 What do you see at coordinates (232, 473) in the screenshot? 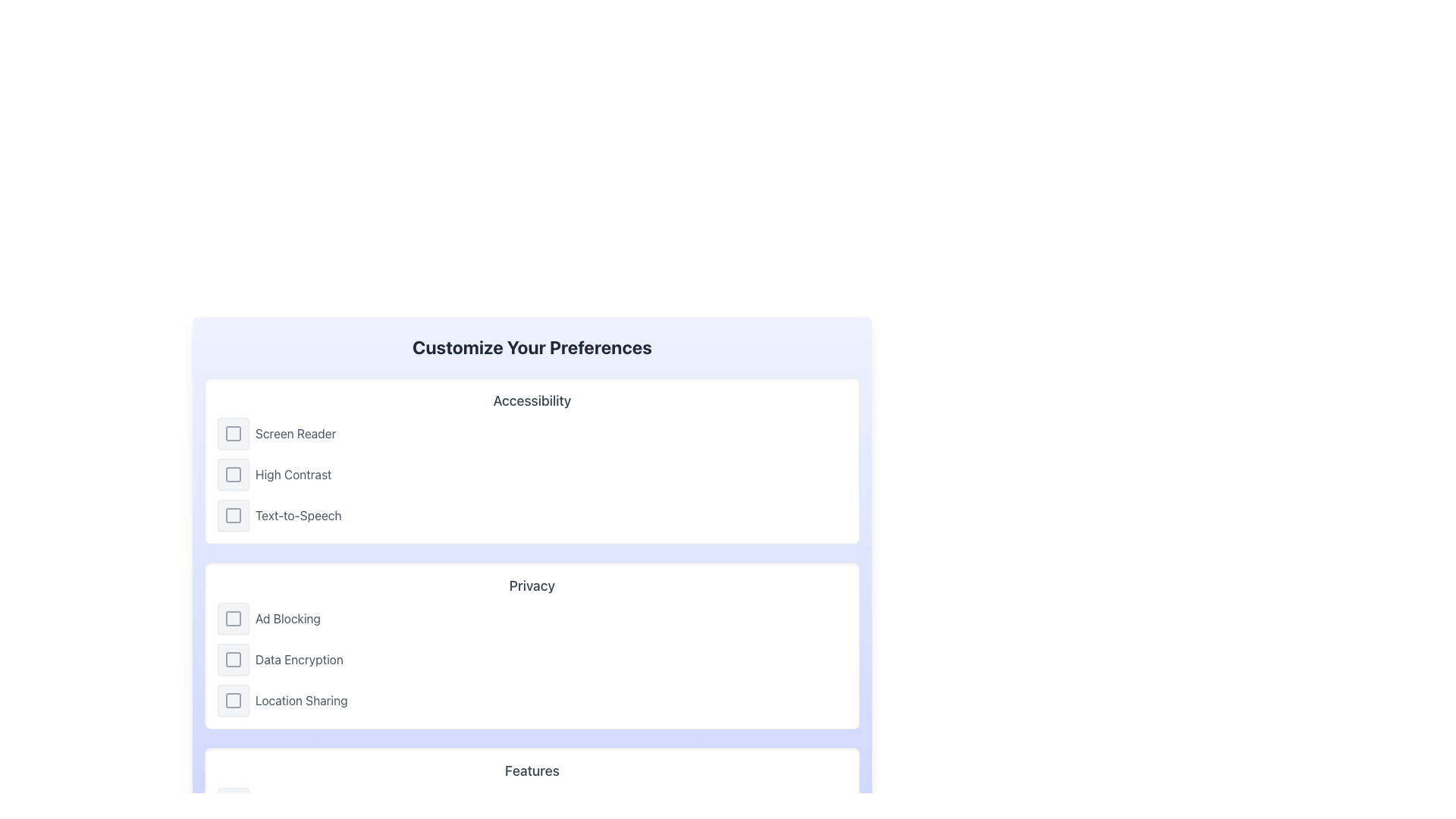
I see `the gray square-shaped checkbox located` at bounding box center [232, 473].